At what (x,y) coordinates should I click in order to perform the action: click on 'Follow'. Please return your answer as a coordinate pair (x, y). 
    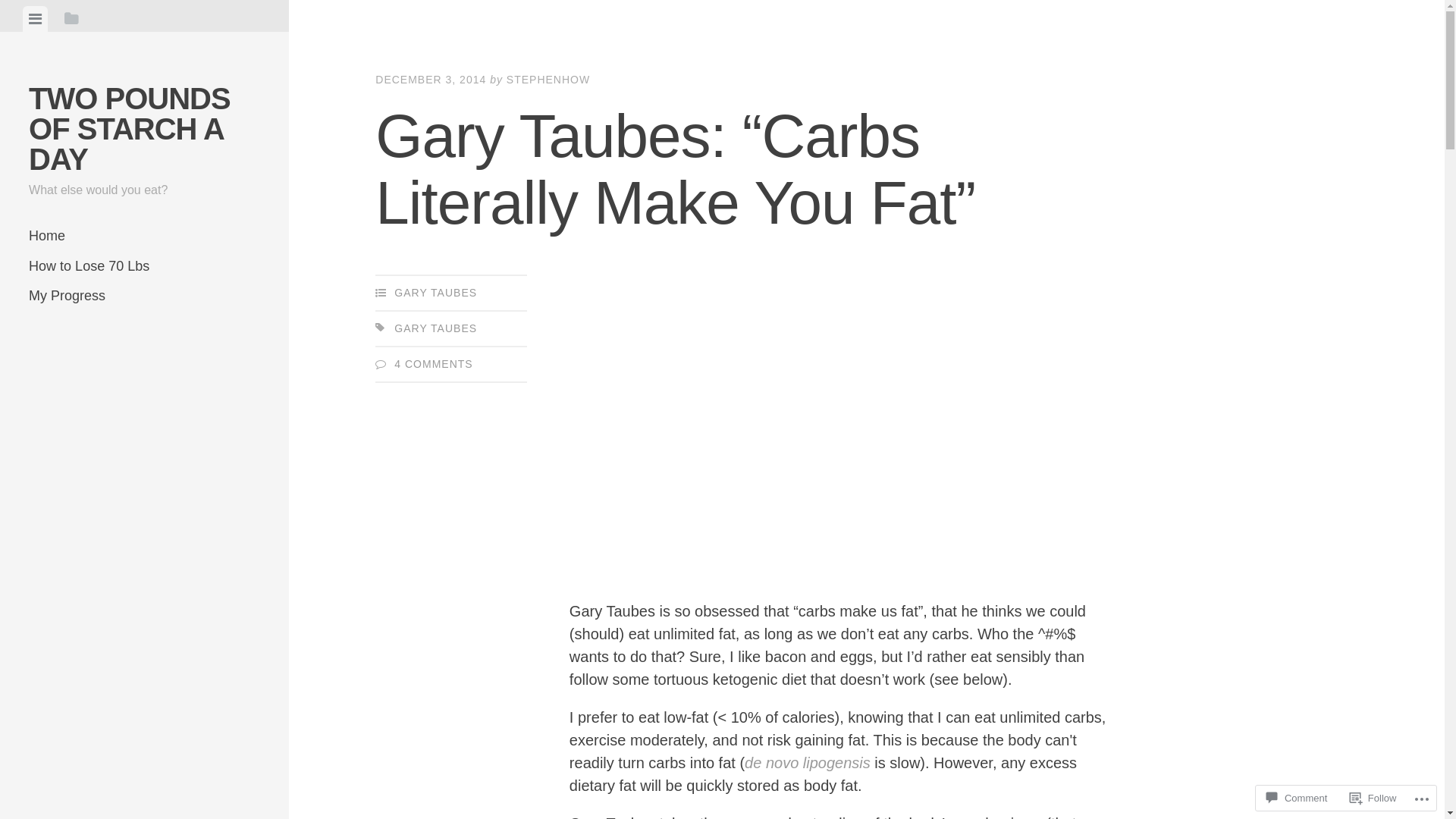
    Looking at the image, I should click on (1373, 797).